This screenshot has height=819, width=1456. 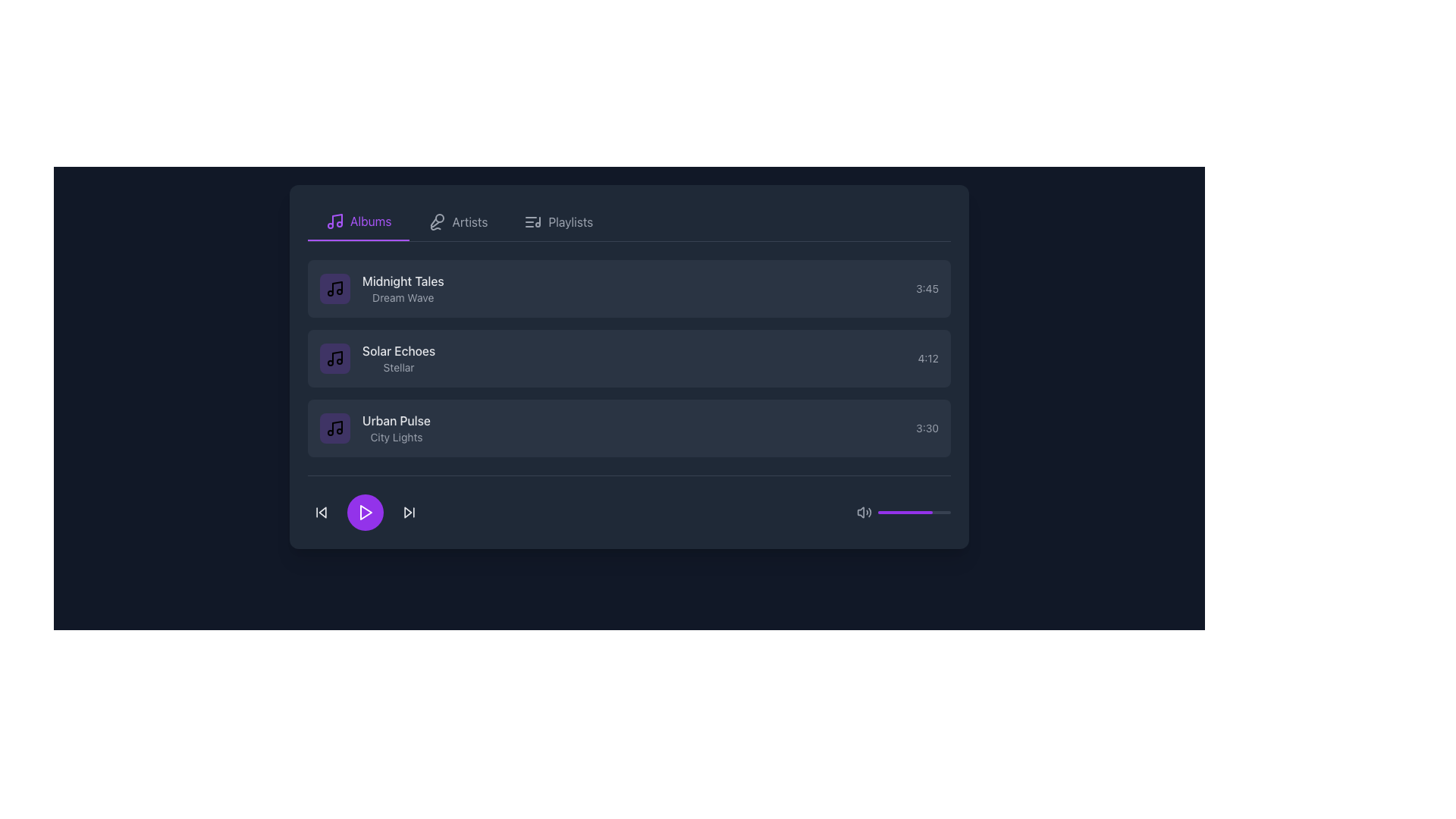 What do you see at coordinates (399, 368) in the screenshot?
I see `the text label displaying 'Stellar', which is a small gray font located directly below 'Solar Echoes' in a list view` at bounding box center [399, 368].